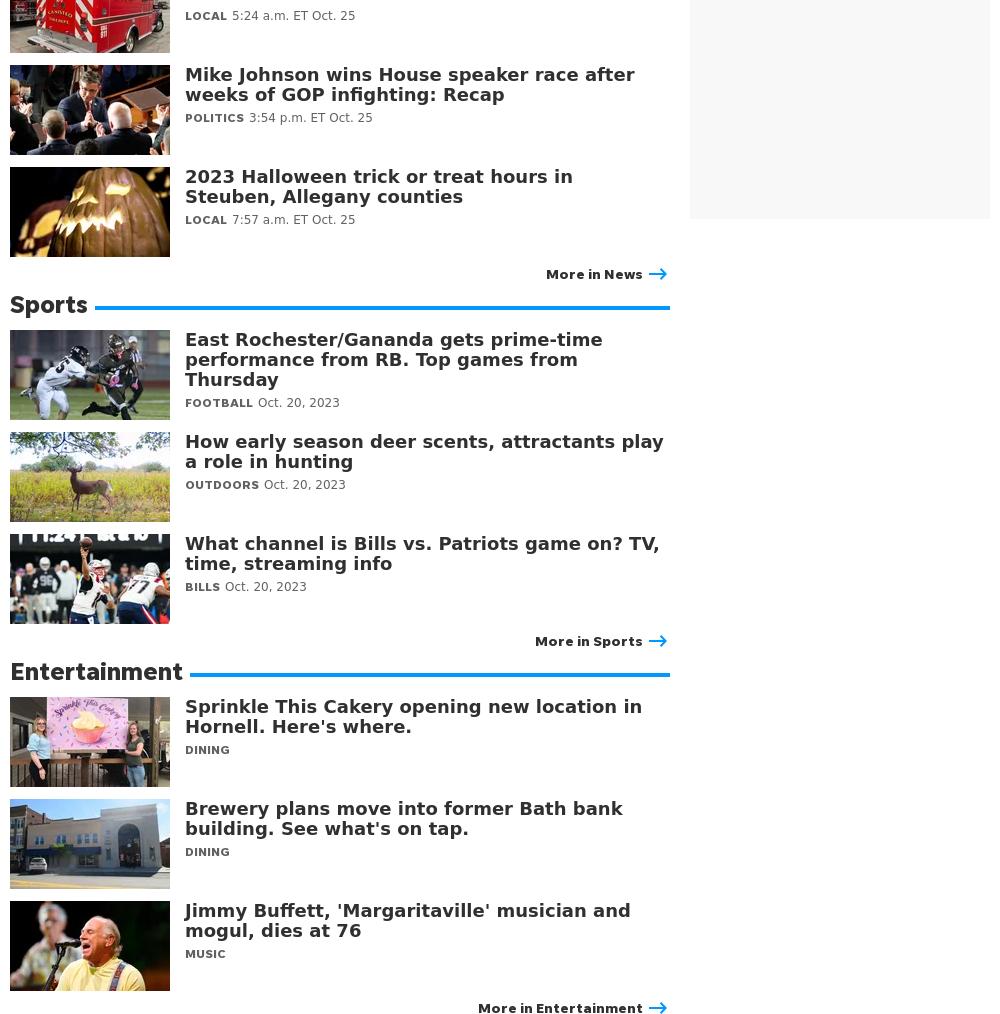 Image resolution: width=1000 pixels, height=1014 pixels. Describe the element at coordinates (185, 83) in the screenshot. I see `'Mike Johnson wins House speaker race after weeks of GOP infighting: Recap'` at that location.